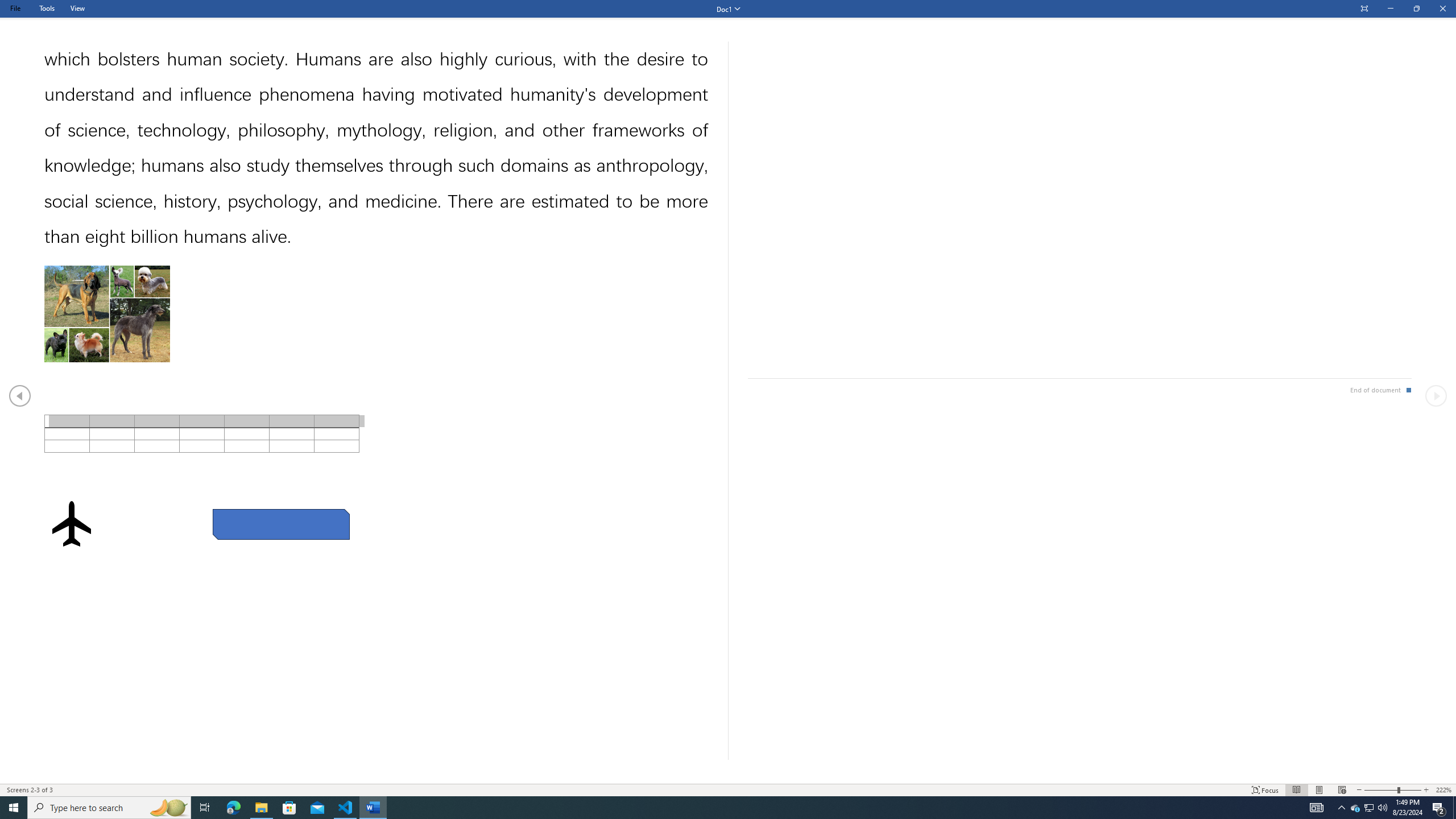 This screenshot has height=819, width=1456. I want to click on 'Rectangle: Diagonal Corners Snipped 2', so click(280, 524).